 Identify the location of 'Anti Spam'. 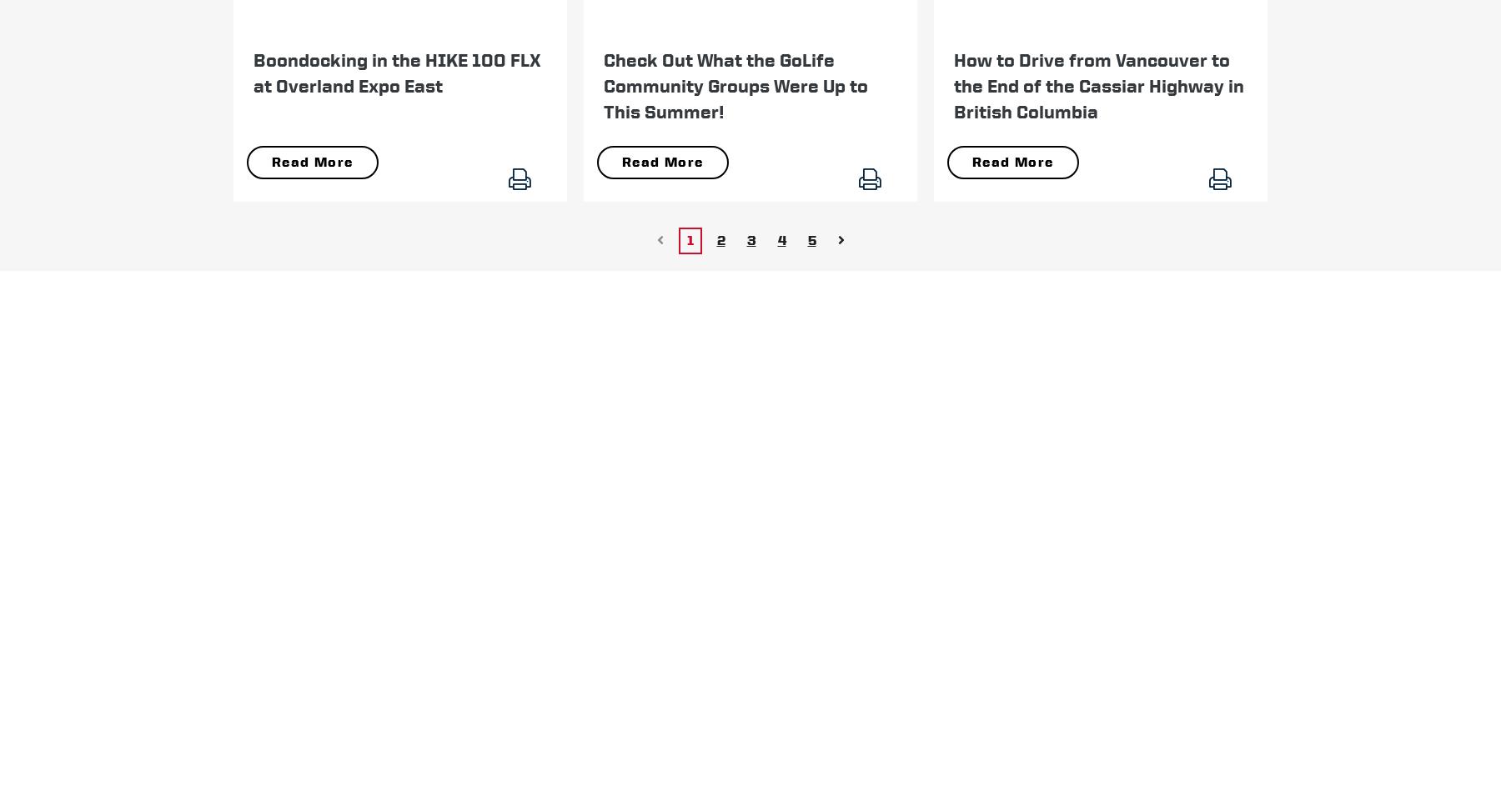
(1109, 397).